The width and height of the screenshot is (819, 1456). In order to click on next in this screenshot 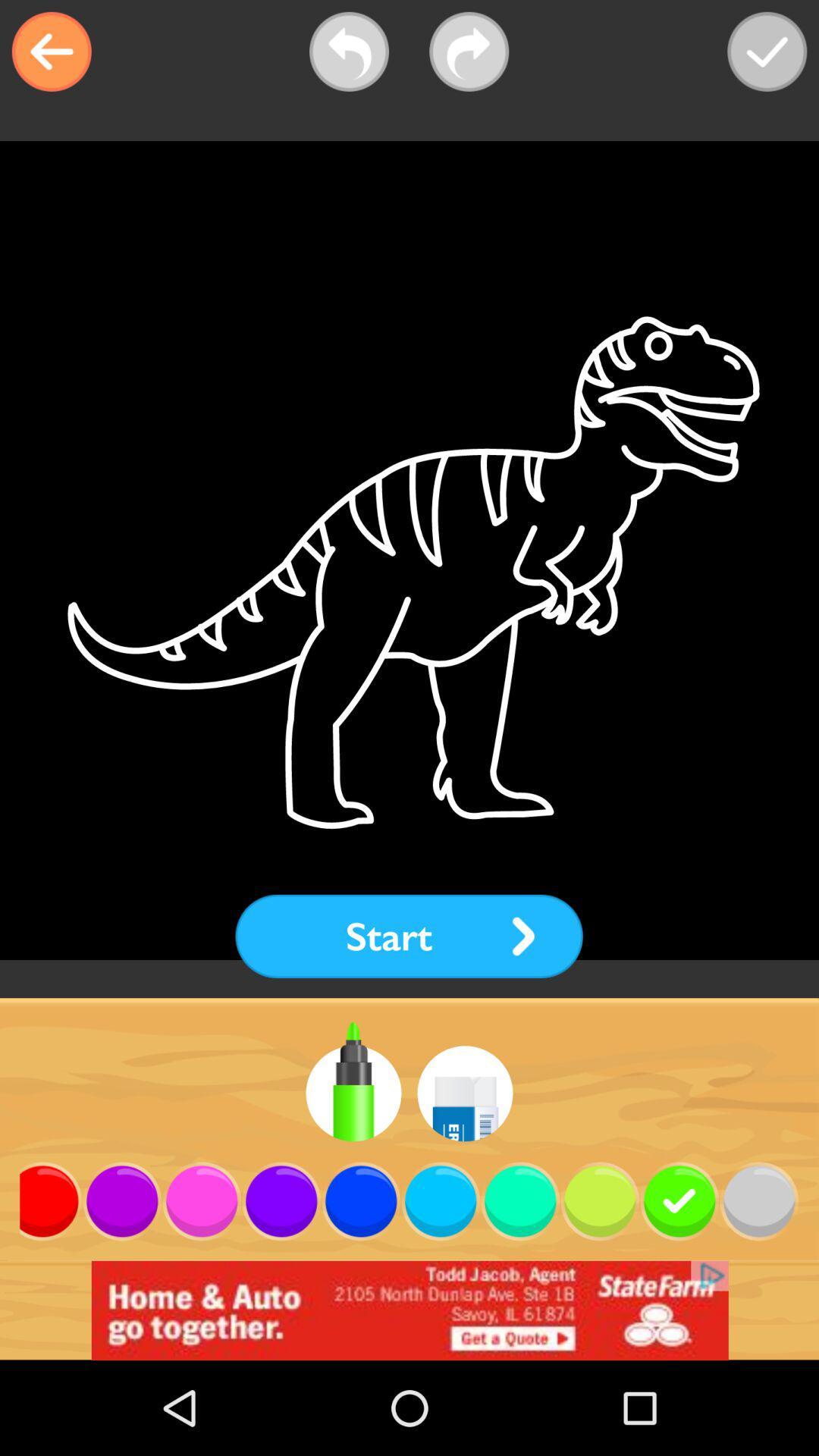, I will do `click(468, 52)`.